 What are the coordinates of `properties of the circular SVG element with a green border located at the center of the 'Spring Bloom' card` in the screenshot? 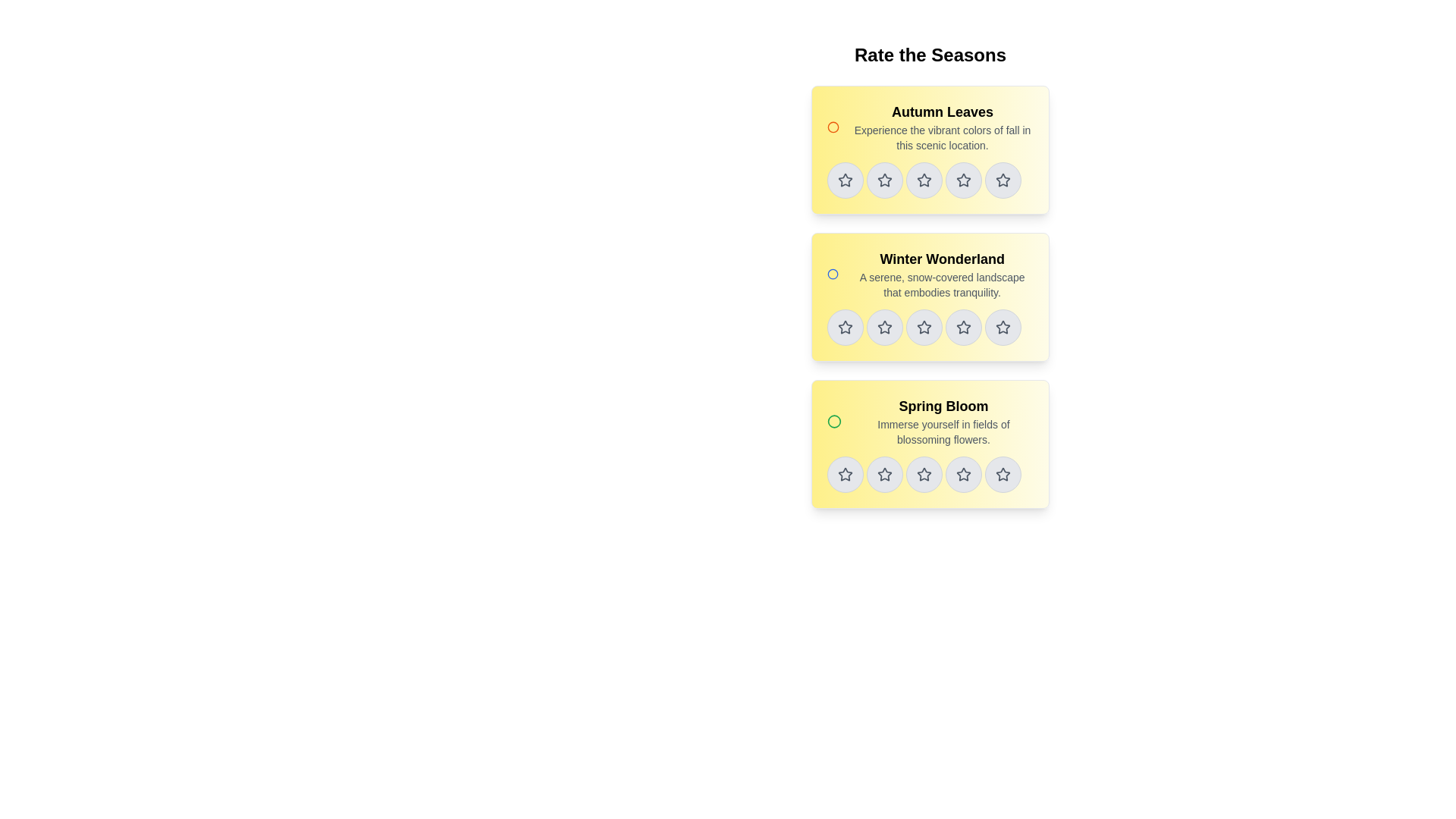 It's located at (833, 421).